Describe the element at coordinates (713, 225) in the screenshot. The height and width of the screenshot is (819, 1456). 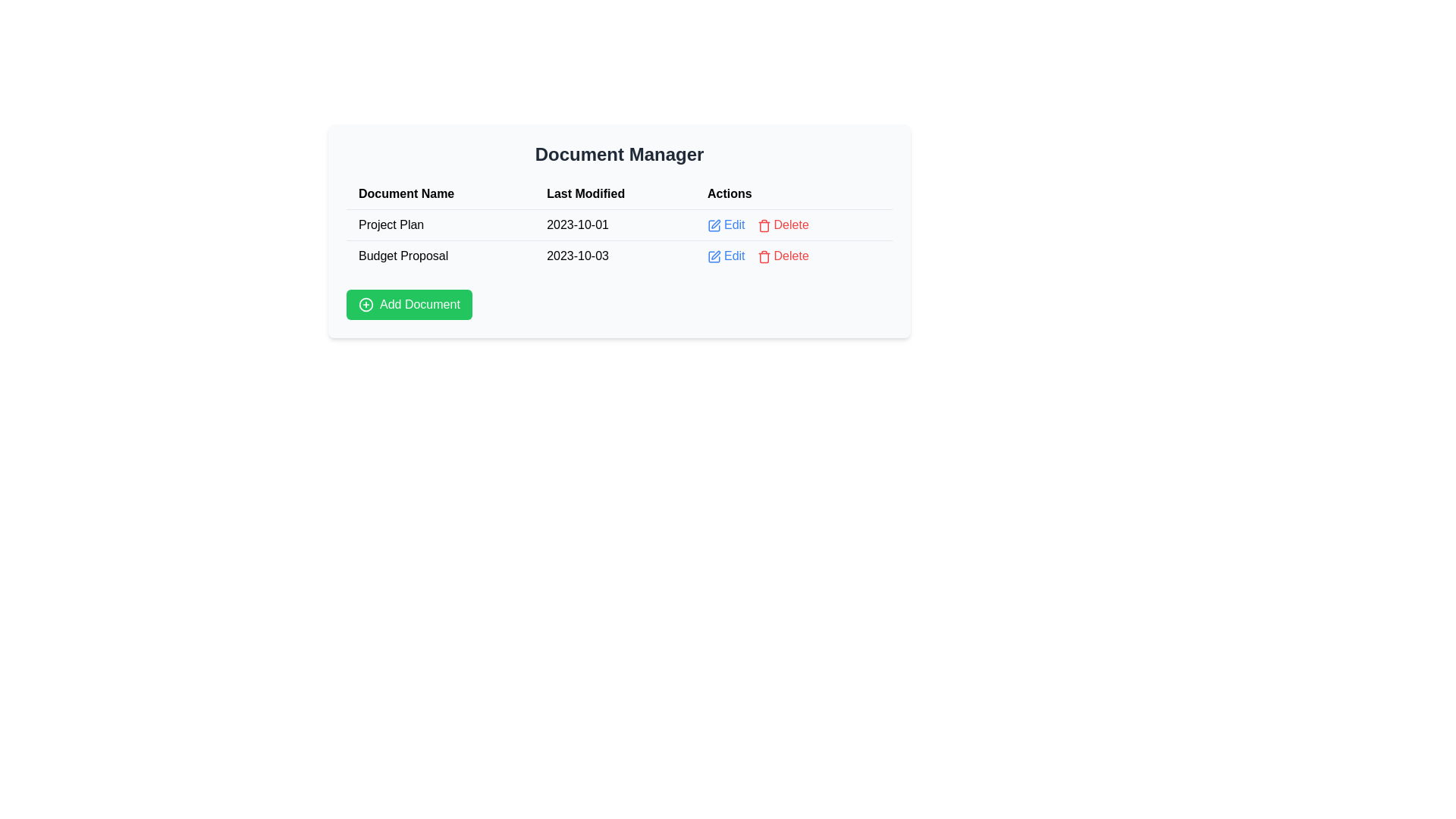
I see `the 'Edit' icon located in the first row of the 'Actions' column of the table` at that location.